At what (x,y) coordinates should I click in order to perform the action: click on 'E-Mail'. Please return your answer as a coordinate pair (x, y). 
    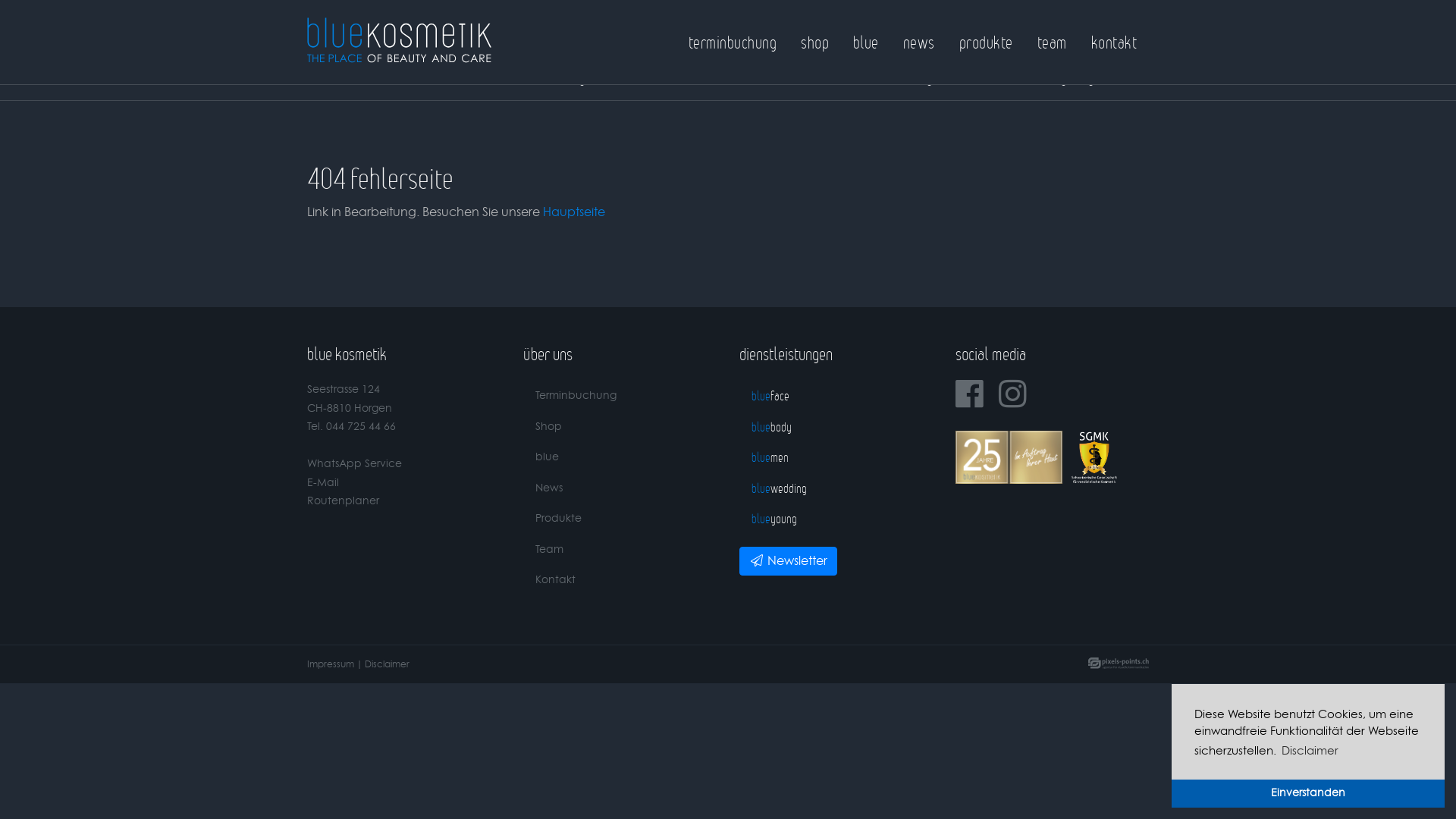
    Looking at the image, I should click on (322, 482).